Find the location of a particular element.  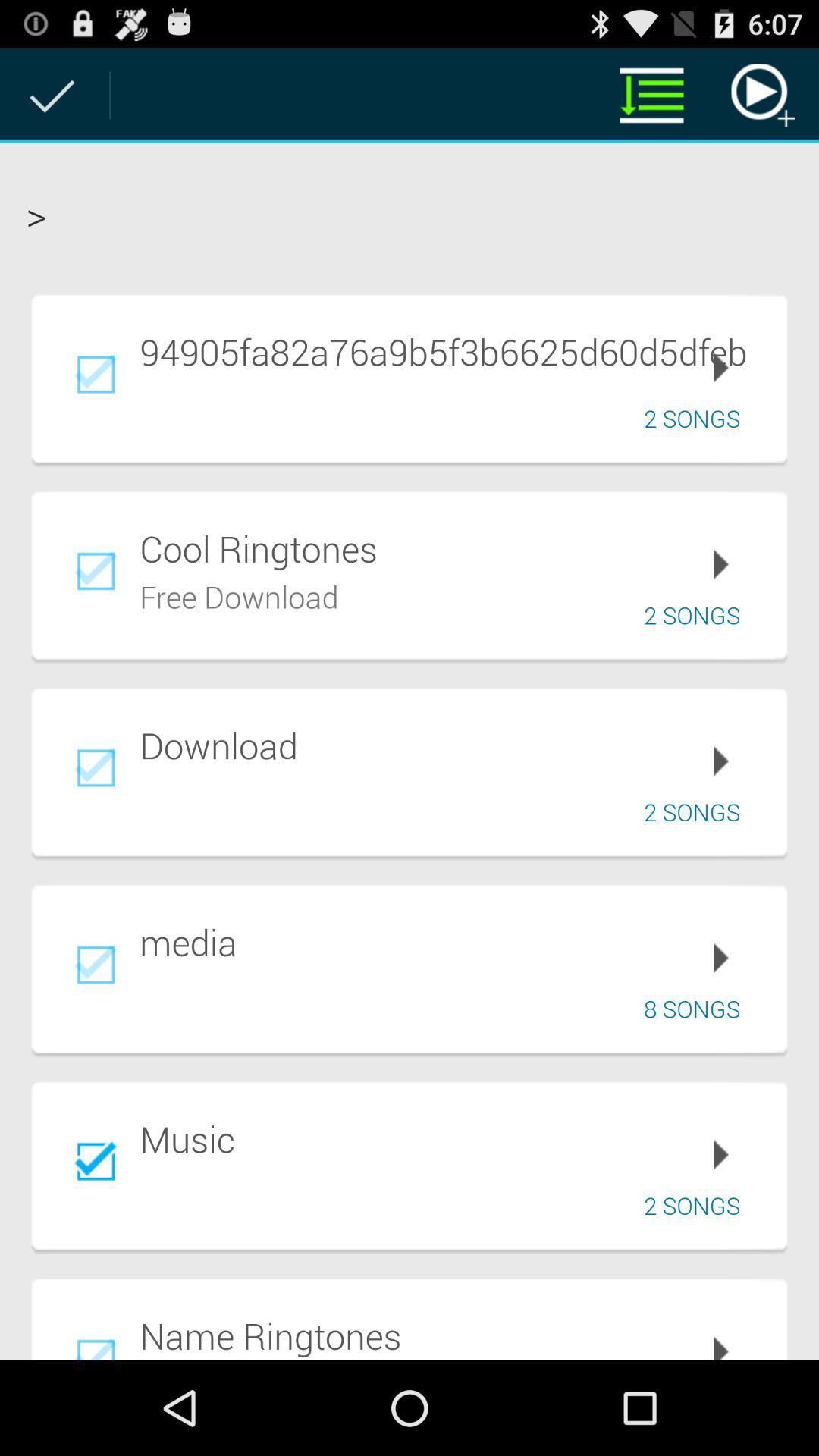

the app below cool ringtones item is located at coordinates (239, 594).